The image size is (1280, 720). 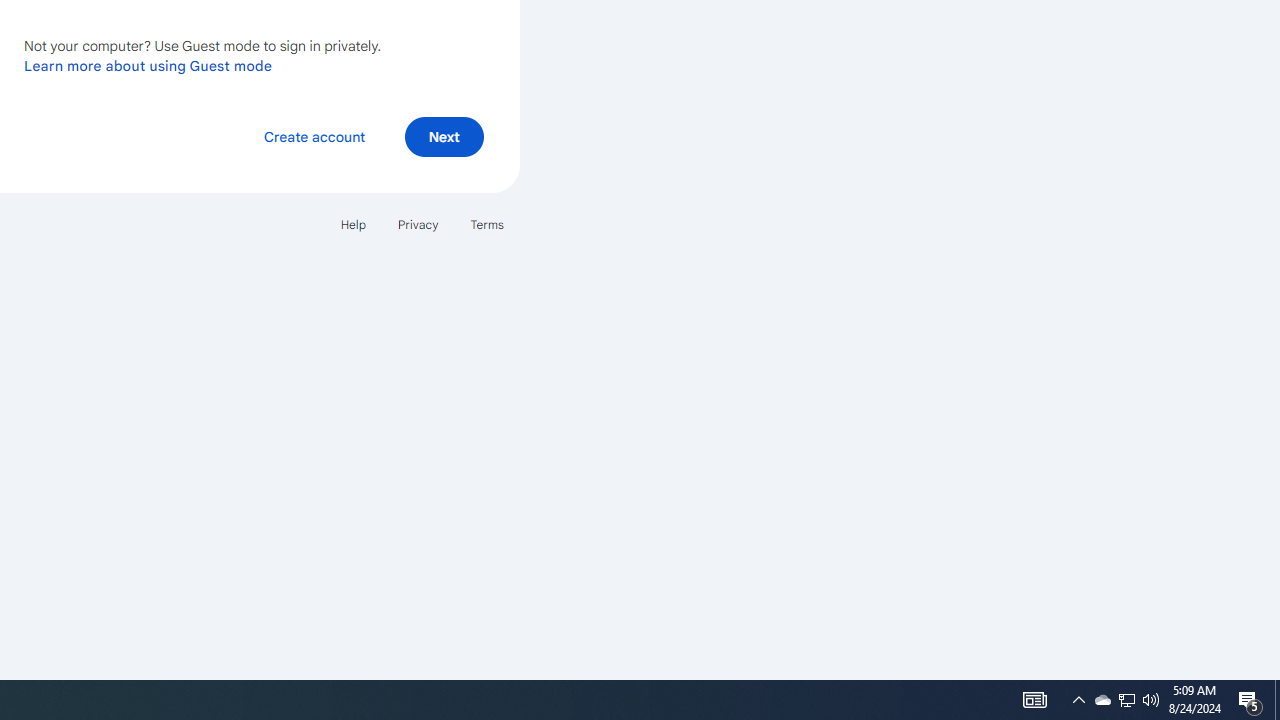 I want to click on 'Learn more about using Guest mode', so click(x=147, y=64).